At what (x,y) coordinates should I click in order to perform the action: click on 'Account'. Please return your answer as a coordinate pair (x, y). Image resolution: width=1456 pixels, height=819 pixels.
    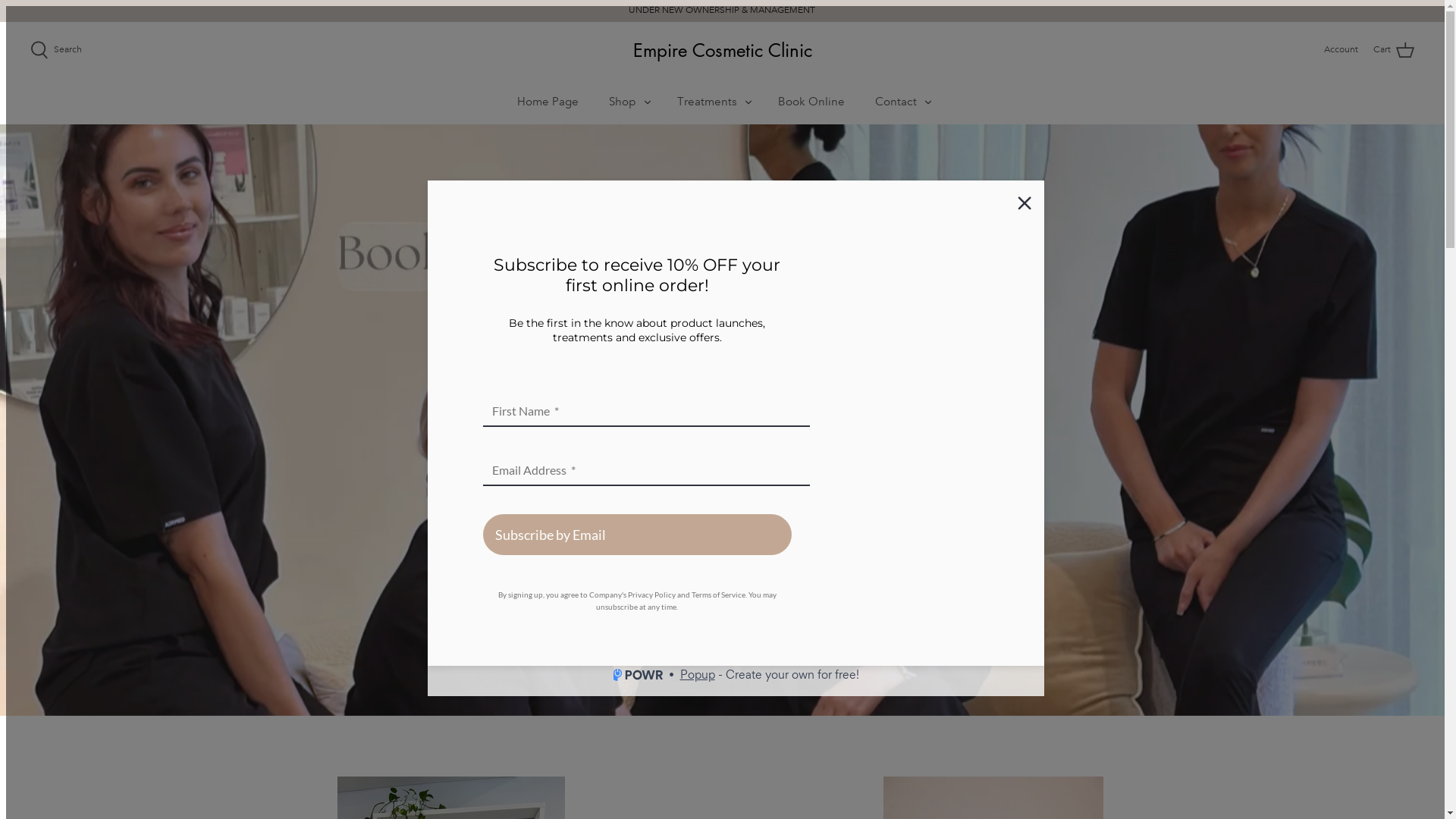
    Looking at the image, I should click on (1341, 49).